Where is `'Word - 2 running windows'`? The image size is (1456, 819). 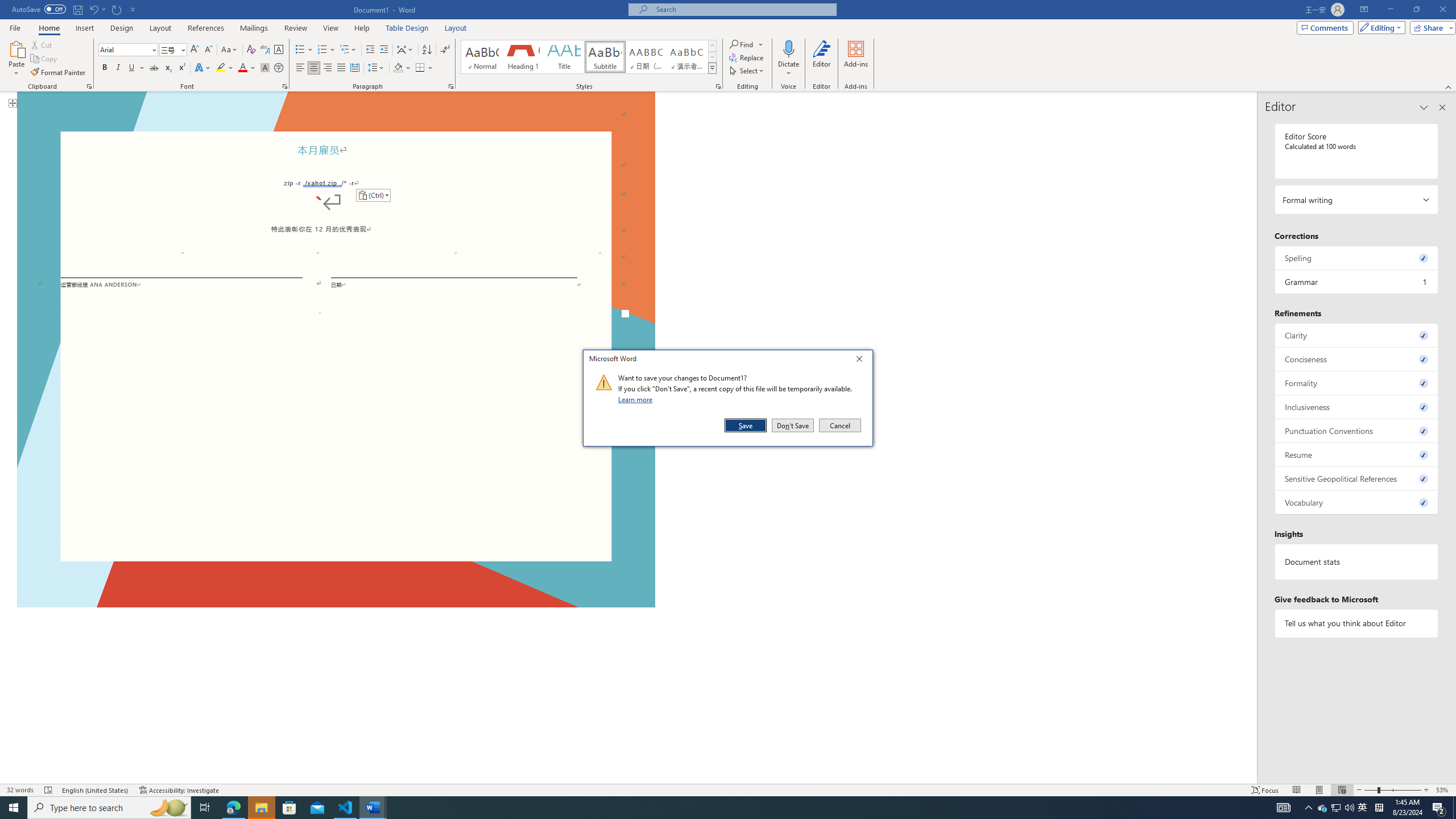
'Word - 2 running windows' is located at coordinates (373, 806).